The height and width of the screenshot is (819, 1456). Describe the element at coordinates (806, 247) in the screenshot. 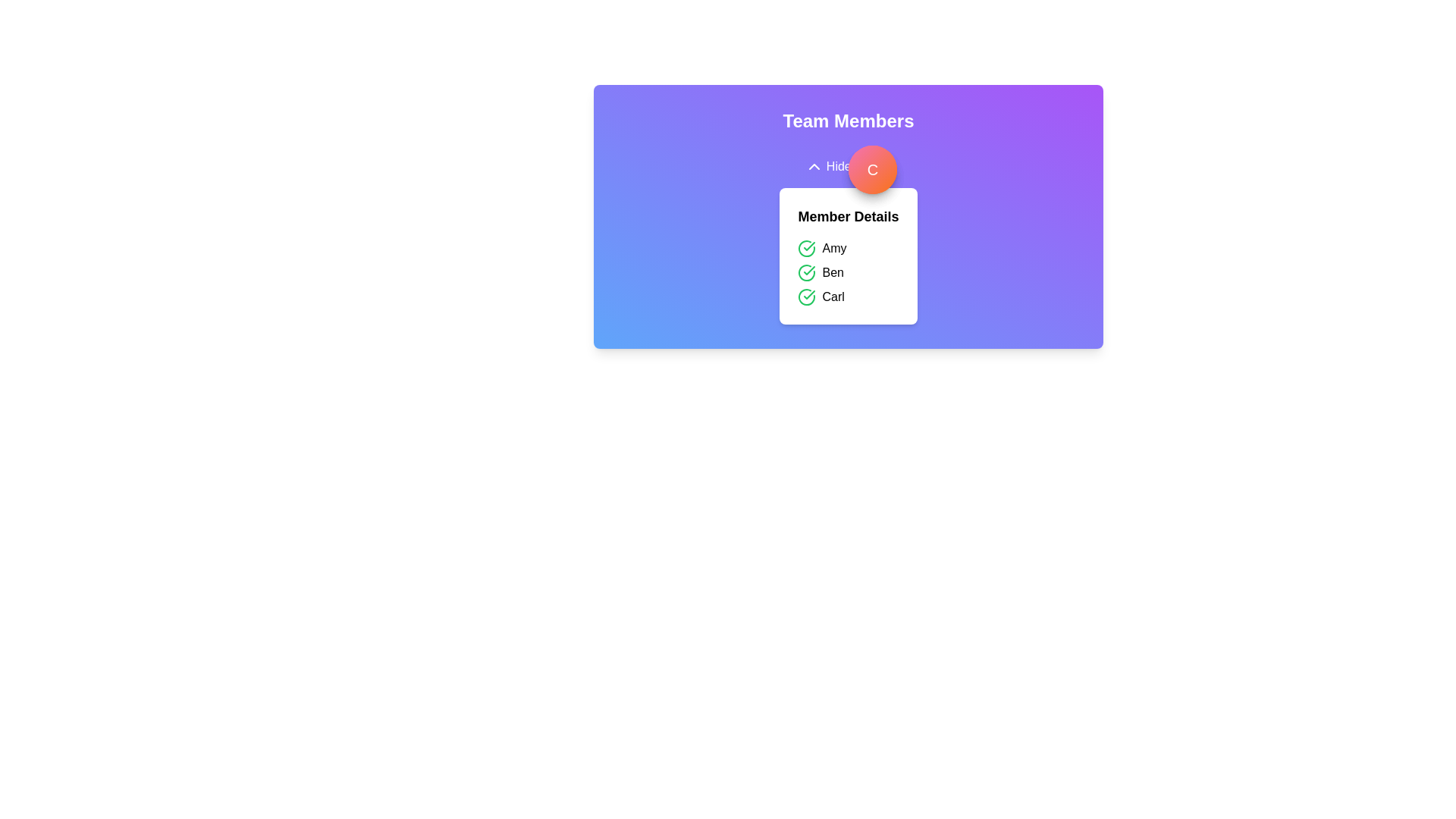

I see `the Checkmark icon that indicates the selection status of the associated item 'Amy'` at that location.